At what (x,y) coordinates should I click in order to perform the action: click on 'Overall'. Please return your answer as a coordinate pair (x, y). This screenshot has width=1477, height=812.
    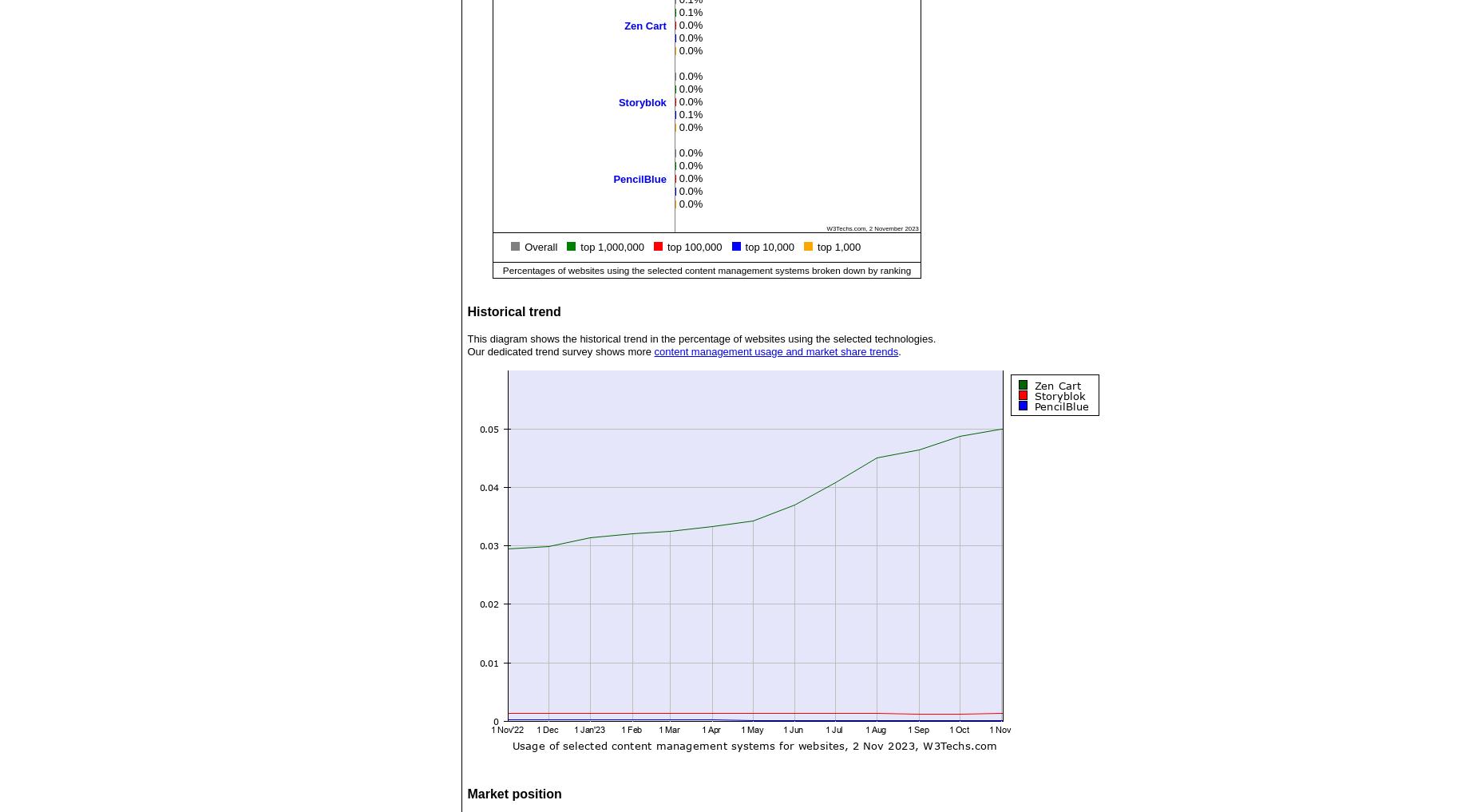
    Looking at the image, I should click on (524, 247).